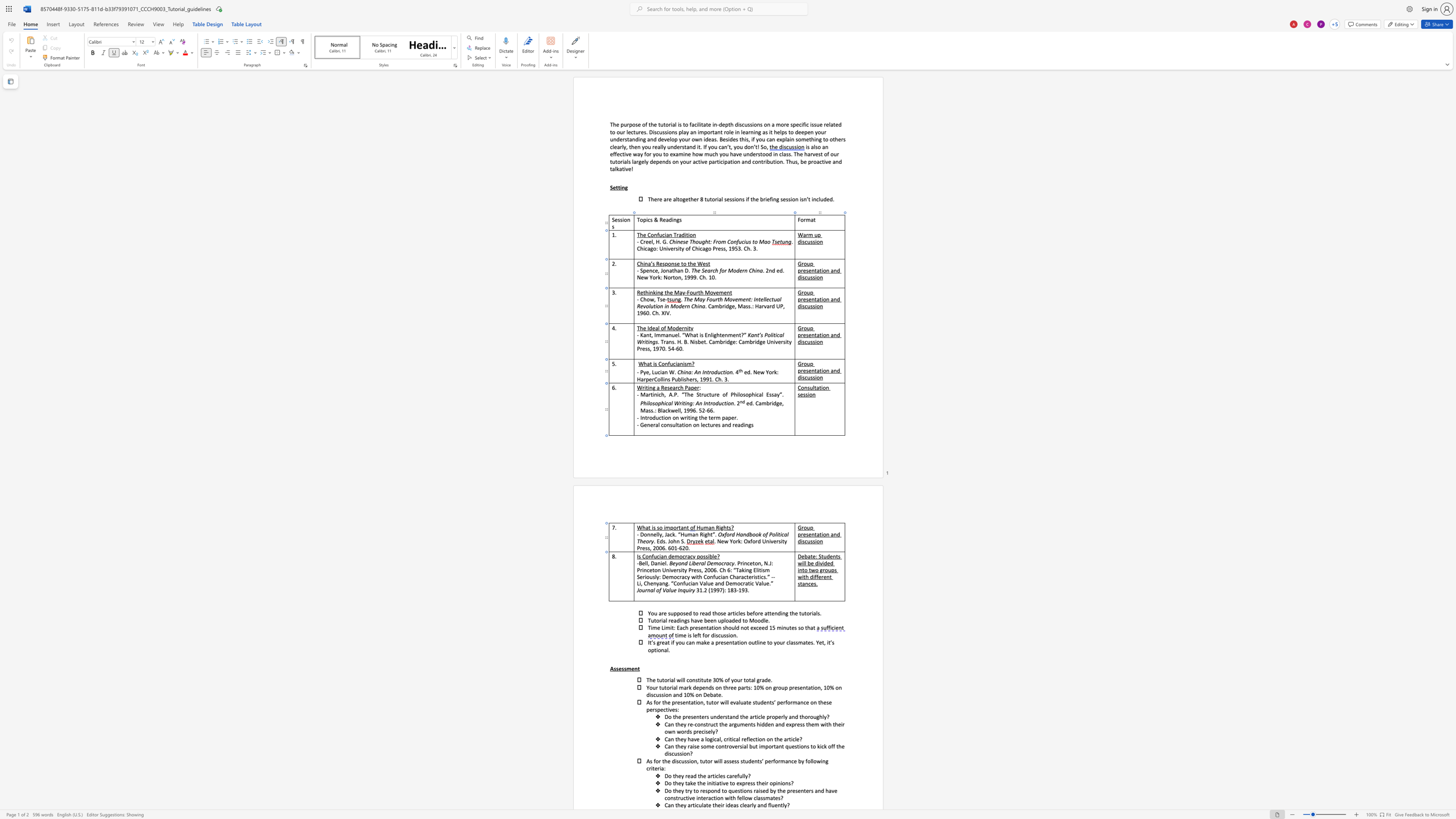 The height and width of the screenshot is (819, 1456). Describe the element at coordinates (669, 534) in the screenshot. I see `the space between the continuous character "a" and "c" in the text` at that location.